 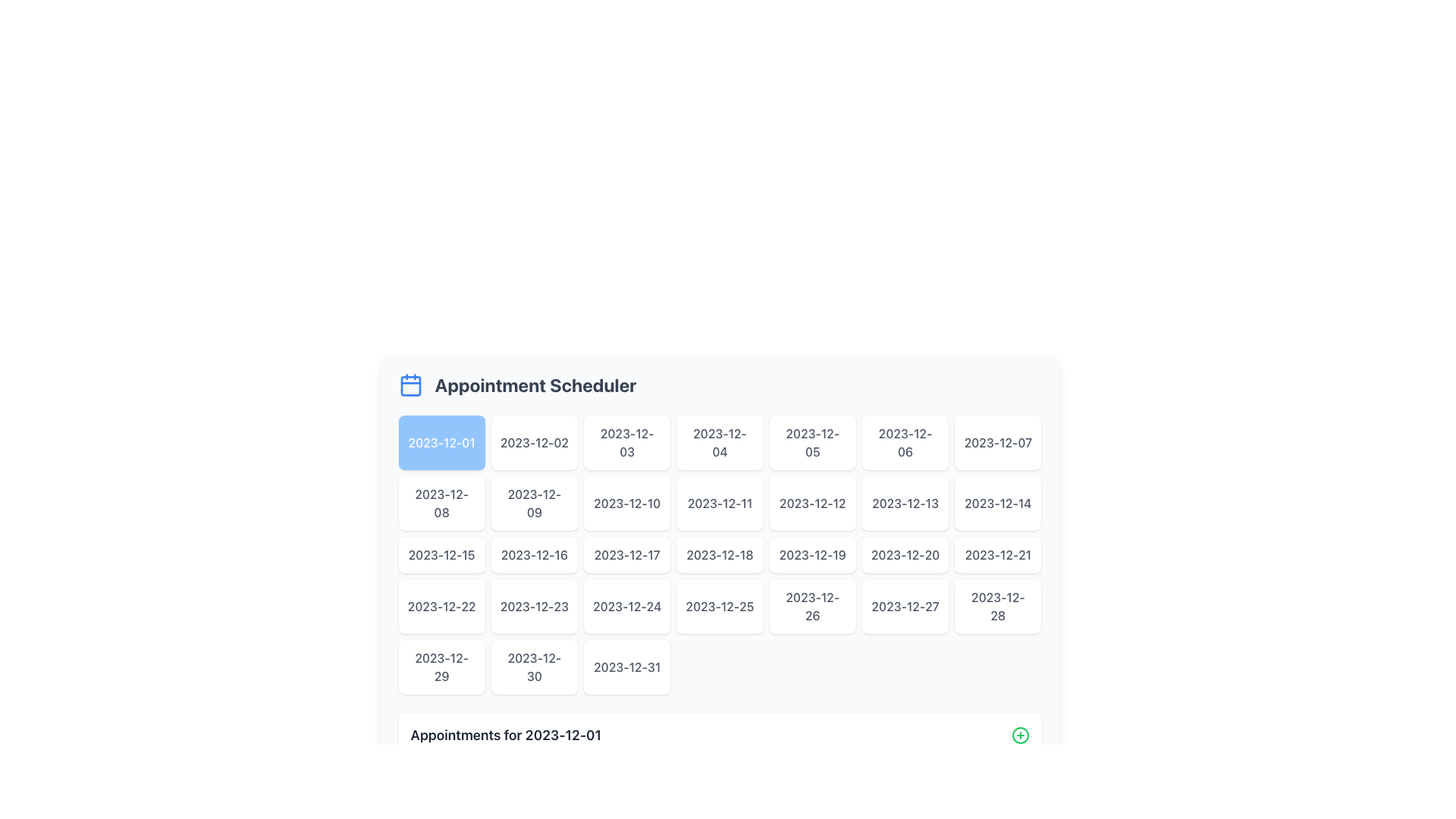 I want to click on the rectangular button with the text '2023-12-09', so click(x=534, y=503).